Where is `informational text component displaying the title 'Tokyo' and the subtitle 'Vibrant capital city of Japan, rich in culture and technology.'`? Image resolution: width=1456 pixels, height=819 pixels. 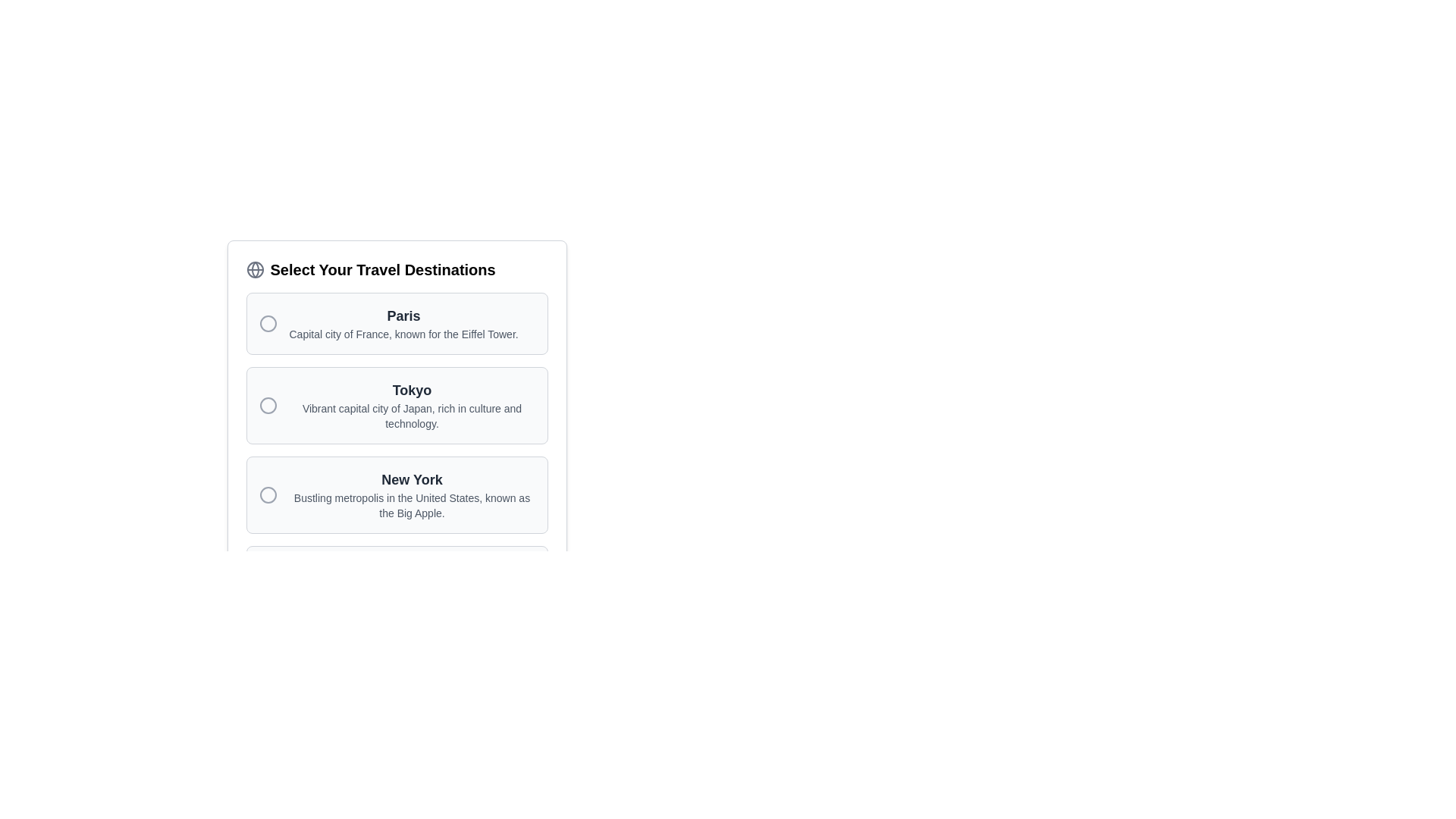
informational text component displaying the title 'Tokyo' and the subtitle 'Vibrant capital city of Japan, rich in culture and technology.' is located at coordinates (412, 405).